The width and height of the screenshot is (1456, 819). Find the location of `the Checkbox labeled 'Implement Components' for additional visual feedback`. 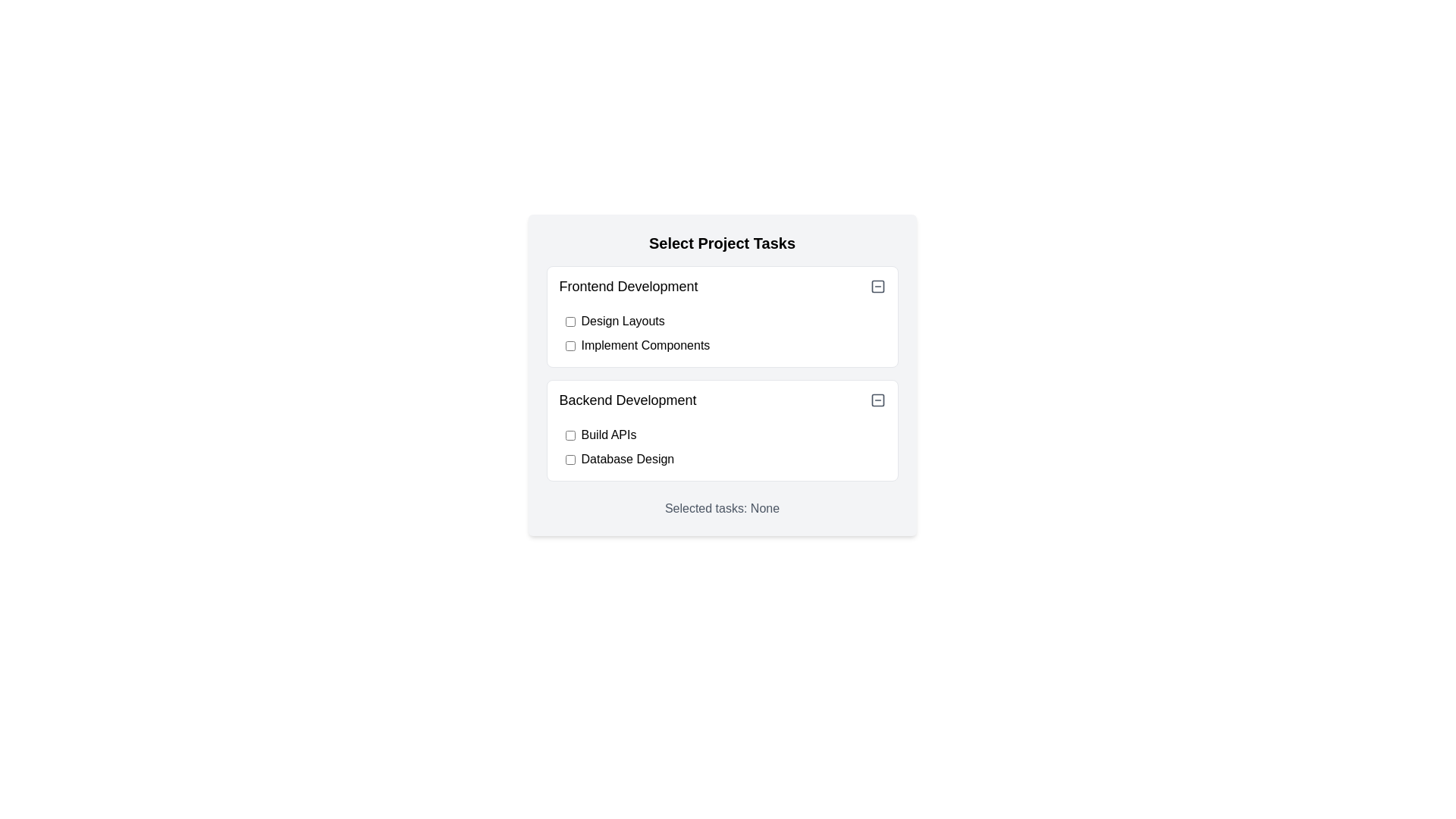

the Checkbox labeled 'Implement Components' for additional visual feedback is located at coordinates (731, 345).